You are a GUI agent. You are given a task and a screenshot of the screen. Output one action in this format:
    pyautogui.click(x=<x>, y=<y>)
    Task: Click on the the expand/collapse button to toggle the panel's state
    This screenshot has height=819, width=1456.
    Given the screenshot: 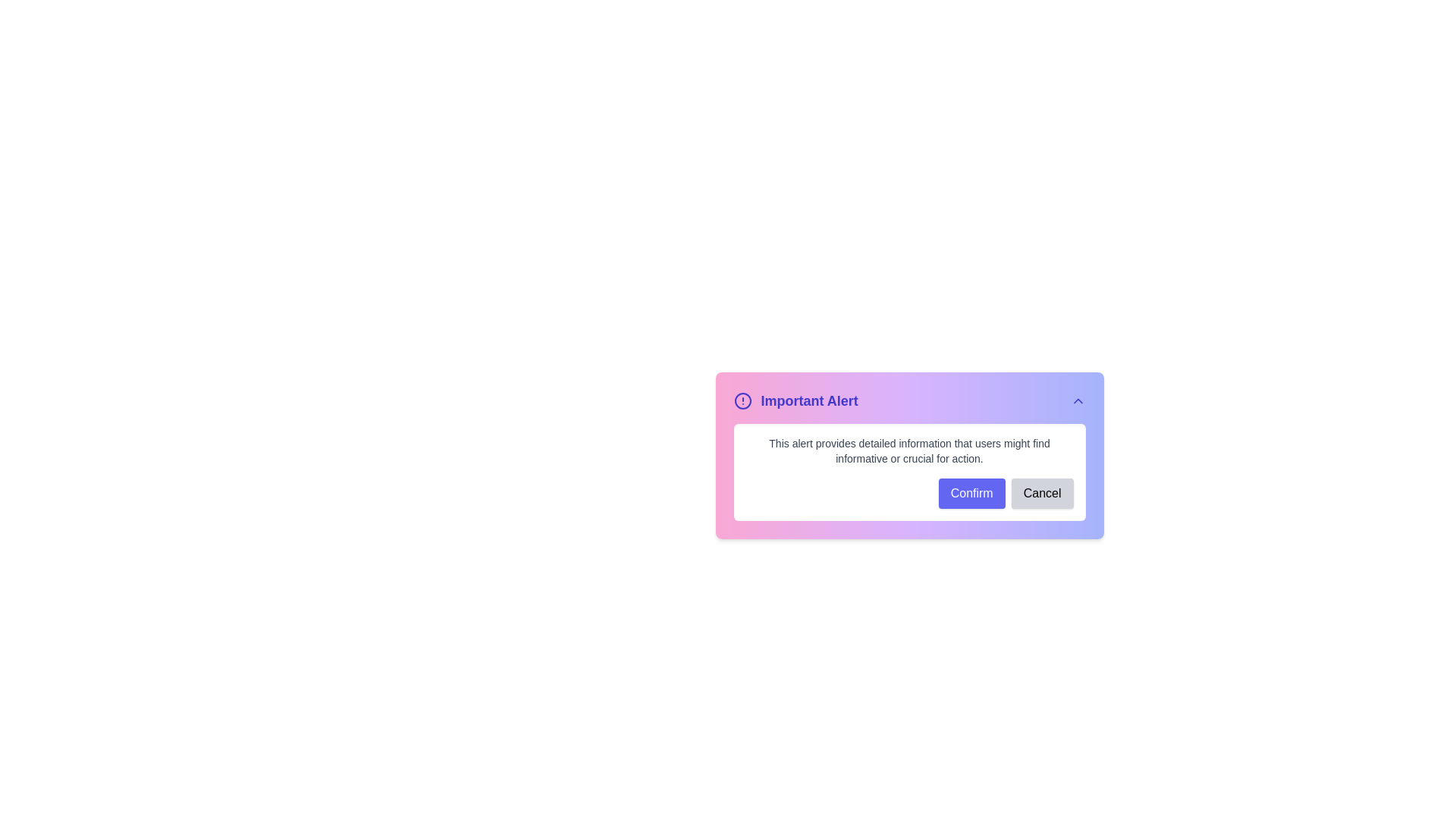 What is the action you would take?
    pyautogui.click(x=1077, y=400)
    